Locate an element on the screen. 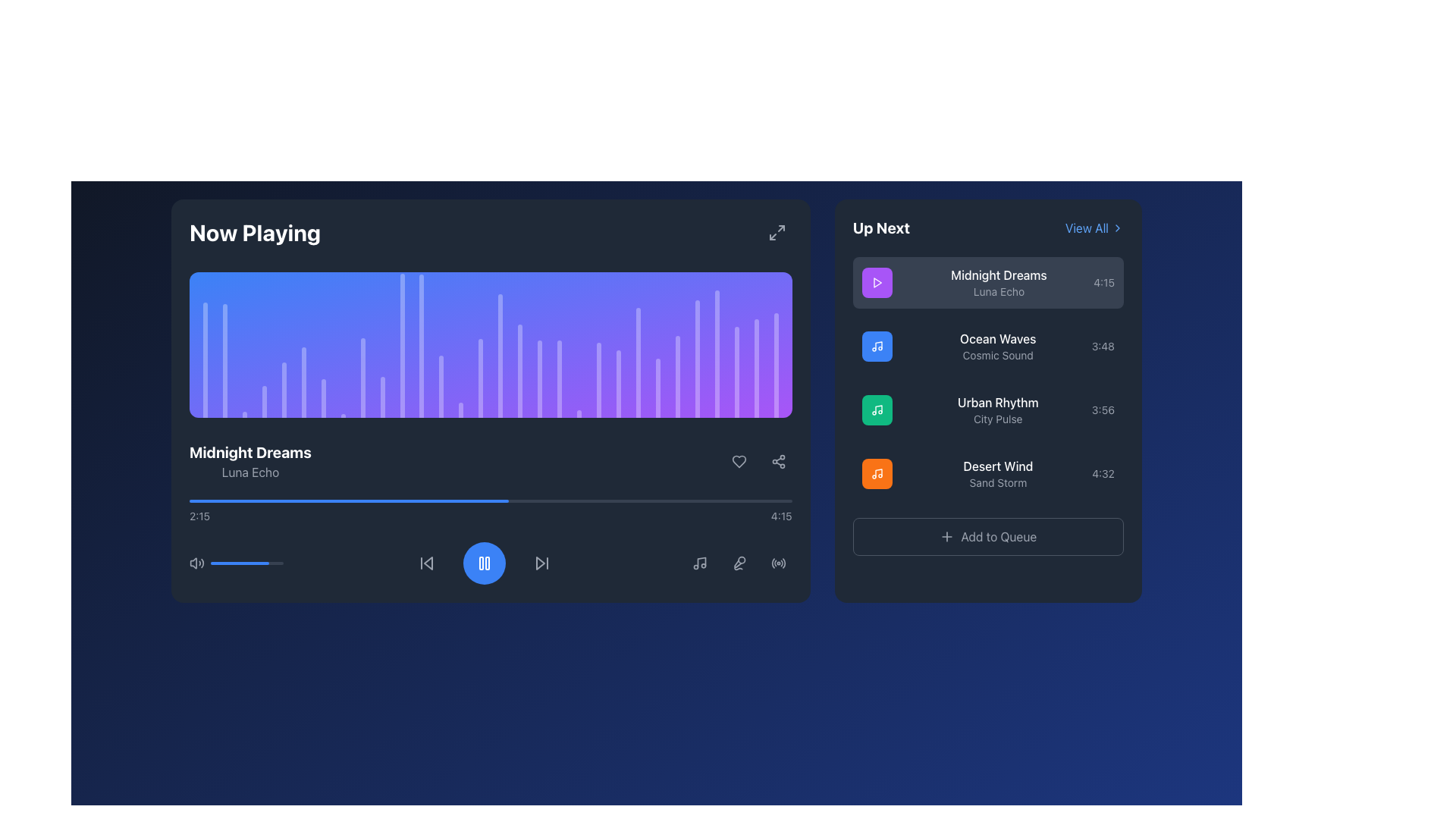 The height and width of the screenshot is (819, 1456). the visual representation of the song icon for 'Urban Rhythm', which features a musical note motif and is located in the 'Up Next' section beside the song title is located at coordinates (877, 409).